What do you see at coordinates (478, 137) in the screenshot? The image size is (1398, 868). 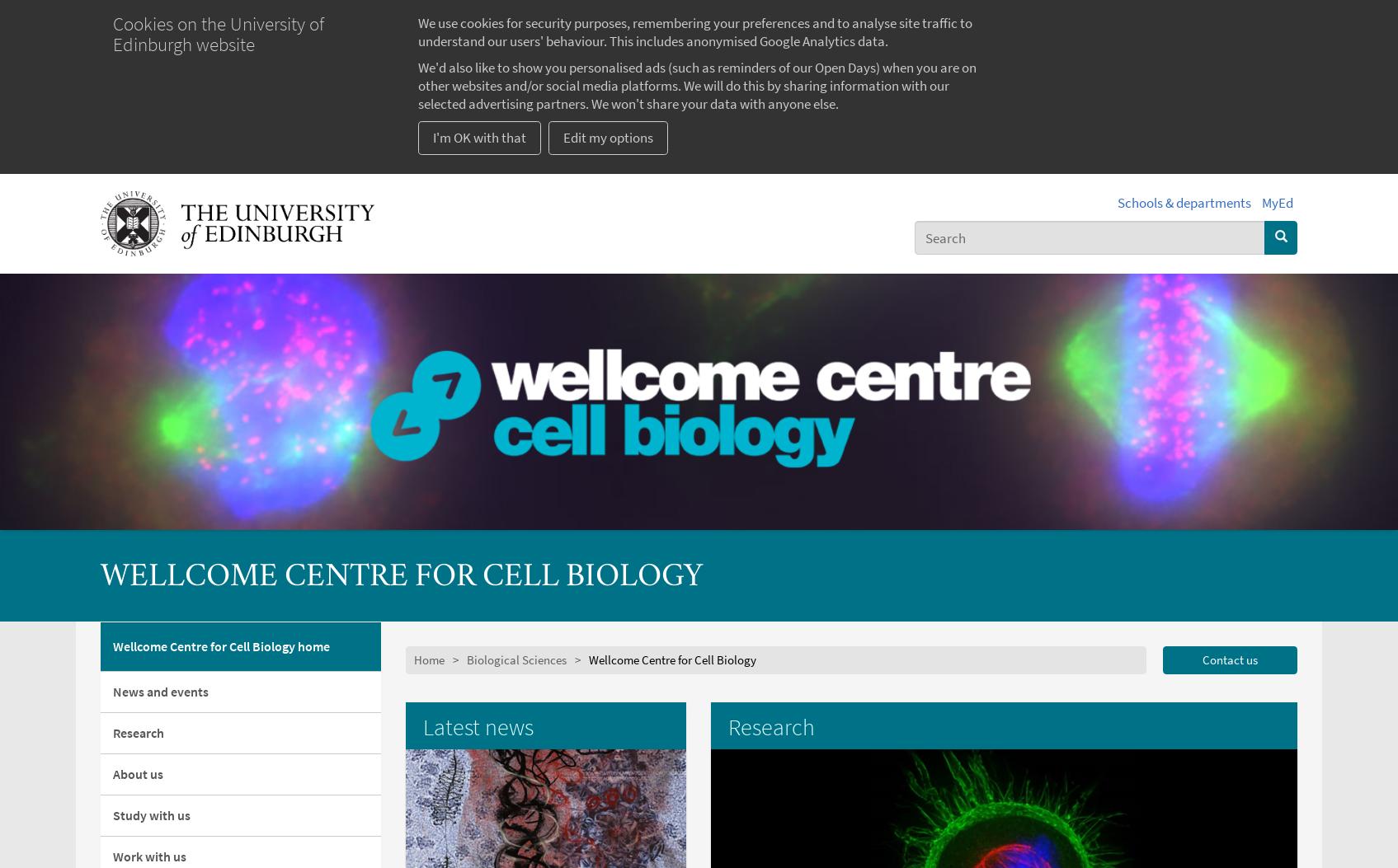 I see `'I'm OK with that'` at bounding box center [478, 137].